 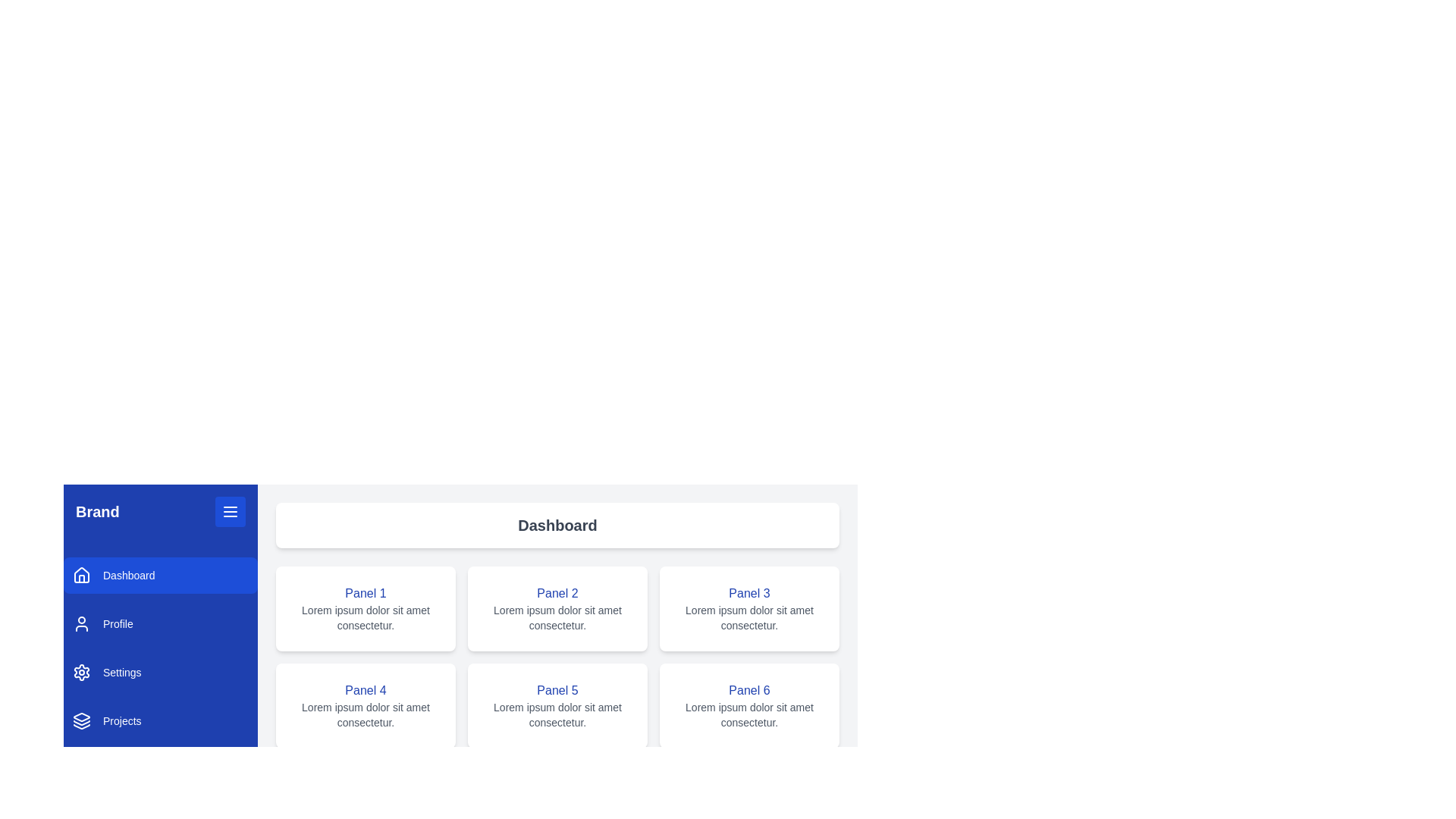 I want to click on the Text Label located in the lower-left card of the main grid, which indicates the content or purpose of the card, so click(x=366, y=690).